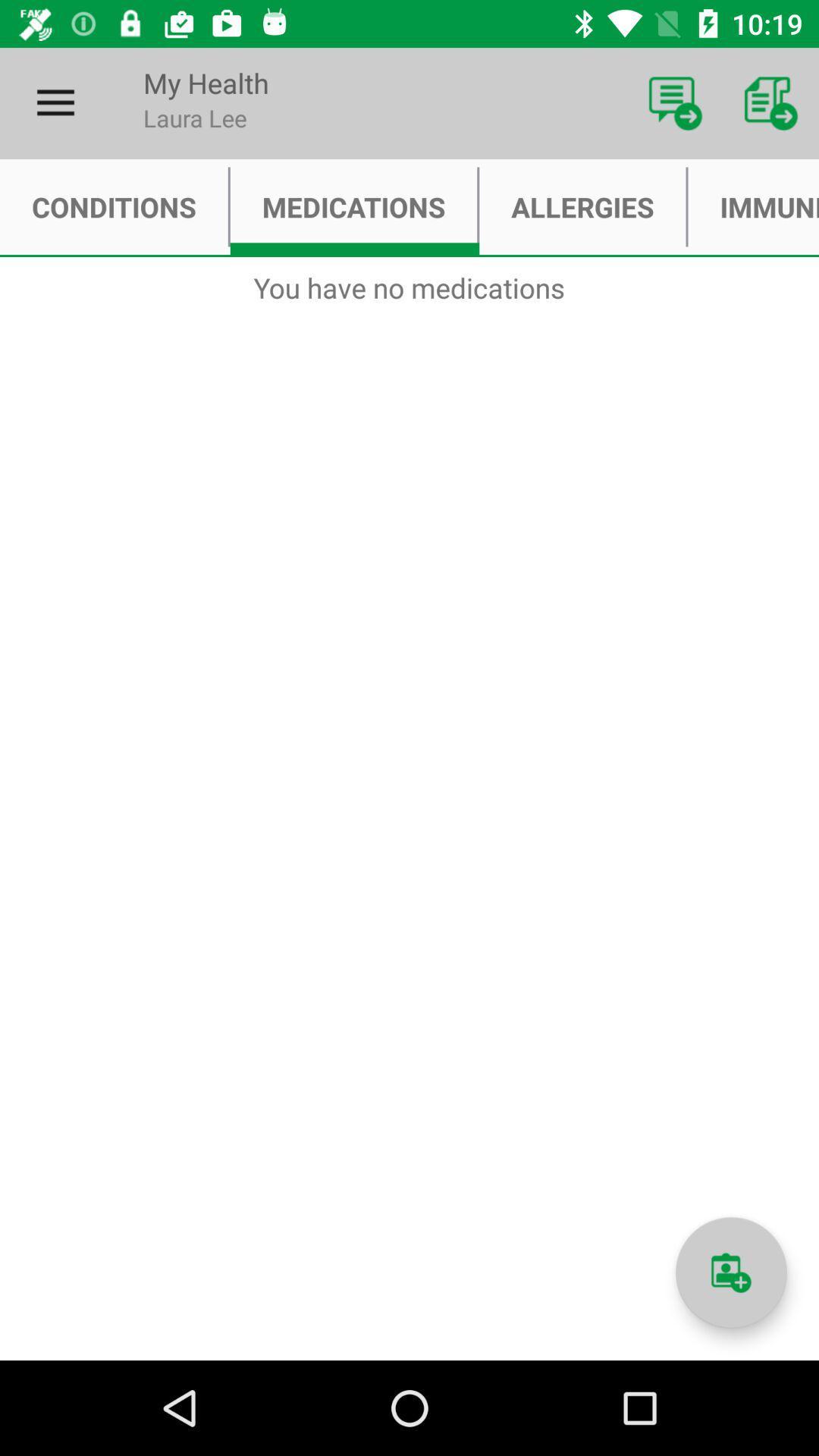 Image resolution: width=819 pixels, height=1456 pixels. Describe the element at coordinates (675, 102) in the screenshot. I see `icon next to the my health` at that location.